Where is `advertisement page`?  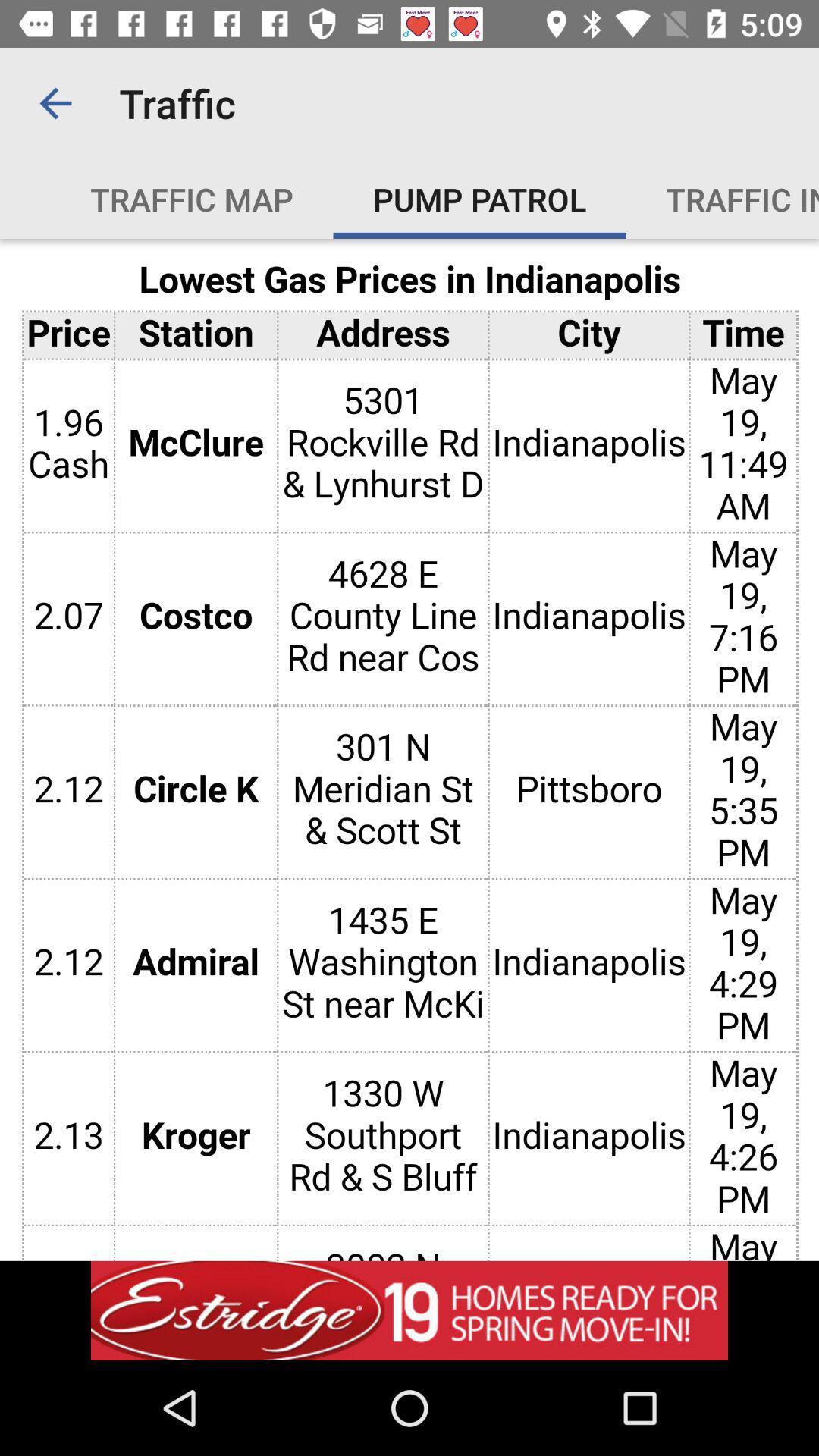 advertisement page is located at coordinates (409, 749).